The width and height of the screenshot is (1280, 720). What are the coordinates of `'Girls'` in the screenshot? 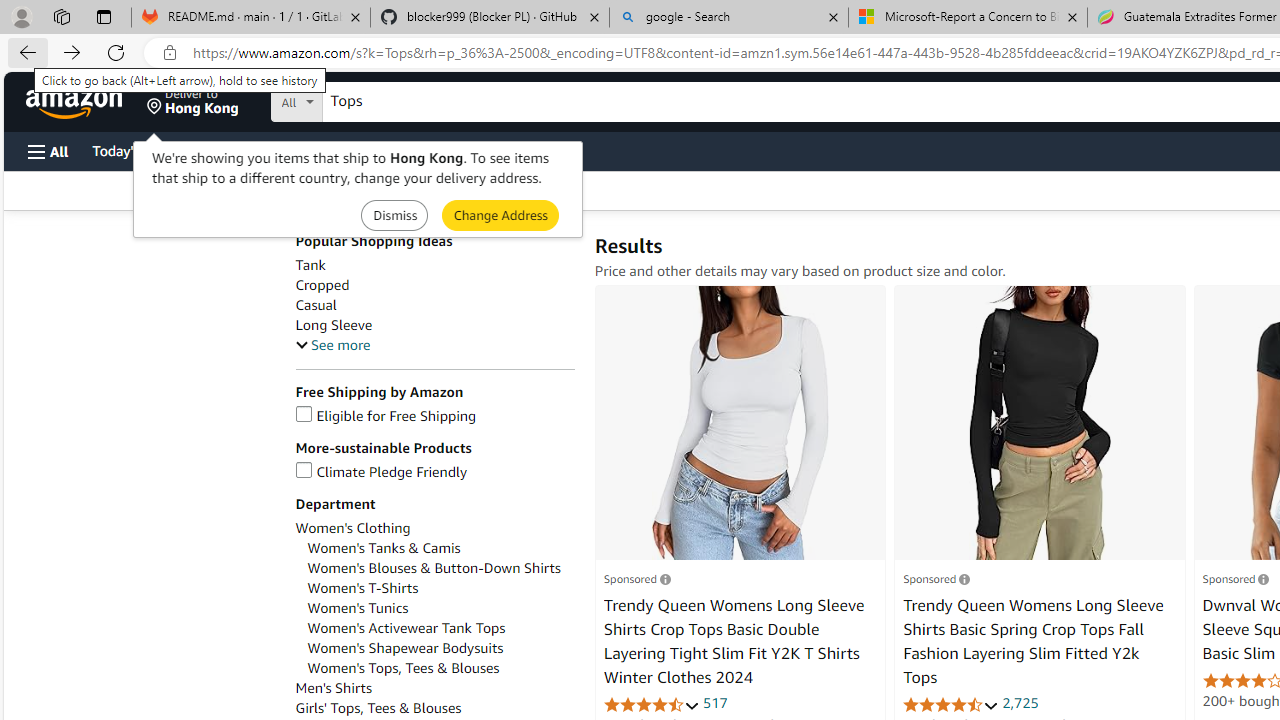 It's located at (378, 707).